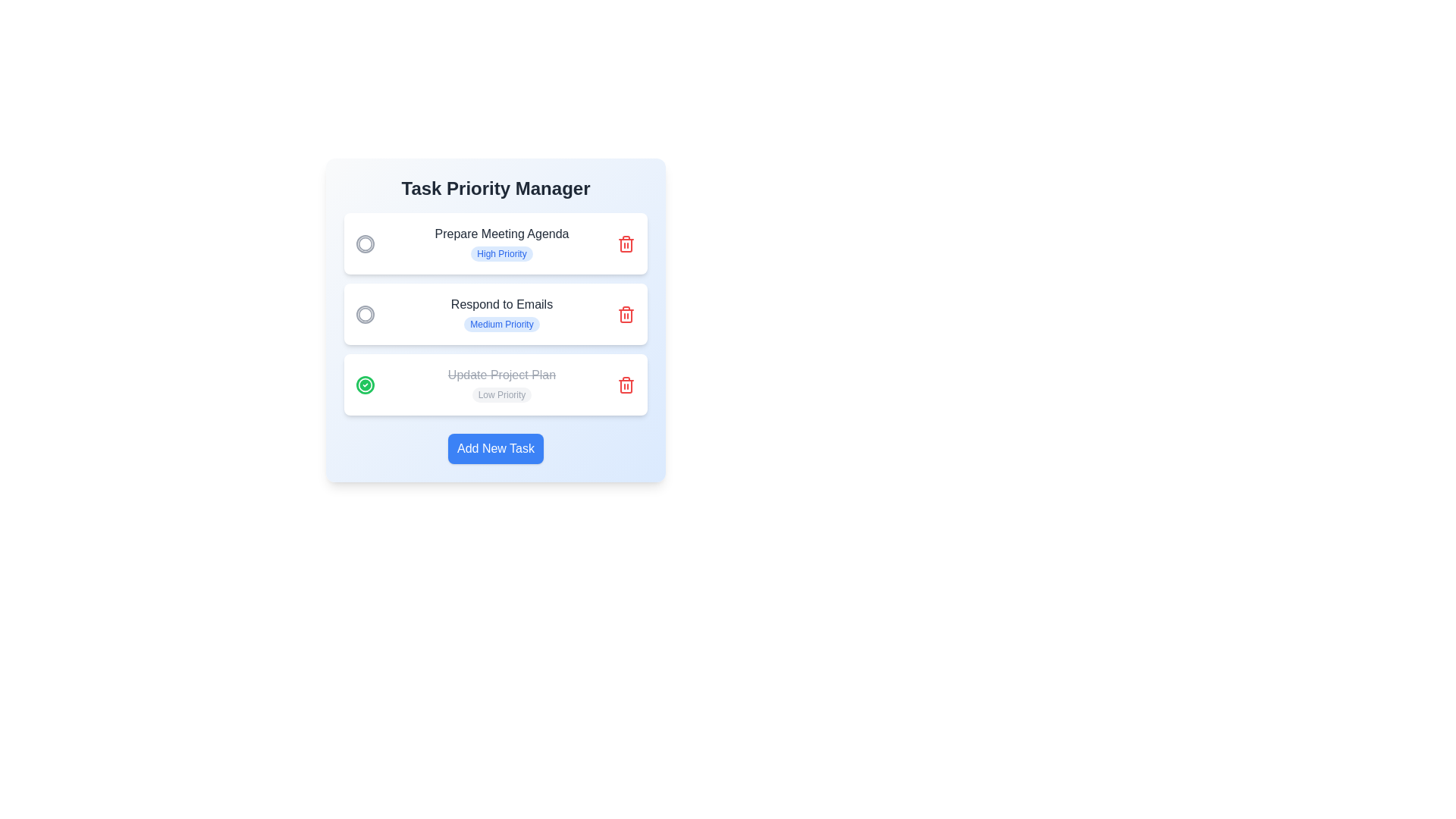 The width and height of the screenshot is (1456, 819). Describe the element at coordinates (502, 324) in the screenshot. I see `the non-interactive Priority label that indicates the priority level of the task 'Respond to Emails', located beneath the task title` at that location.